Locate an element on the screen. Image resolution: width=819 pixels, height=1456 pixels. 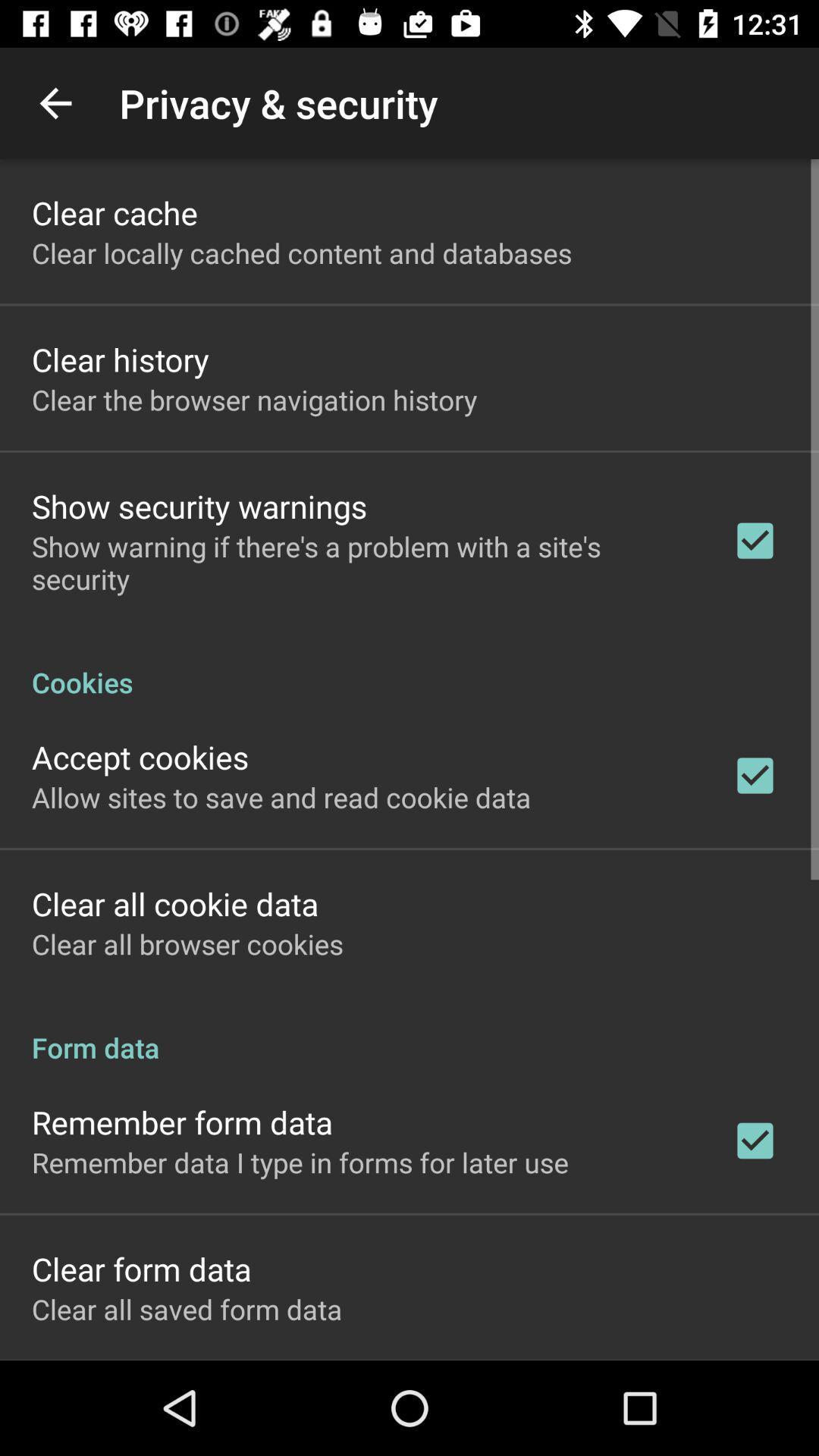
the app below the clear cache item is located at coordinates (302, 253).